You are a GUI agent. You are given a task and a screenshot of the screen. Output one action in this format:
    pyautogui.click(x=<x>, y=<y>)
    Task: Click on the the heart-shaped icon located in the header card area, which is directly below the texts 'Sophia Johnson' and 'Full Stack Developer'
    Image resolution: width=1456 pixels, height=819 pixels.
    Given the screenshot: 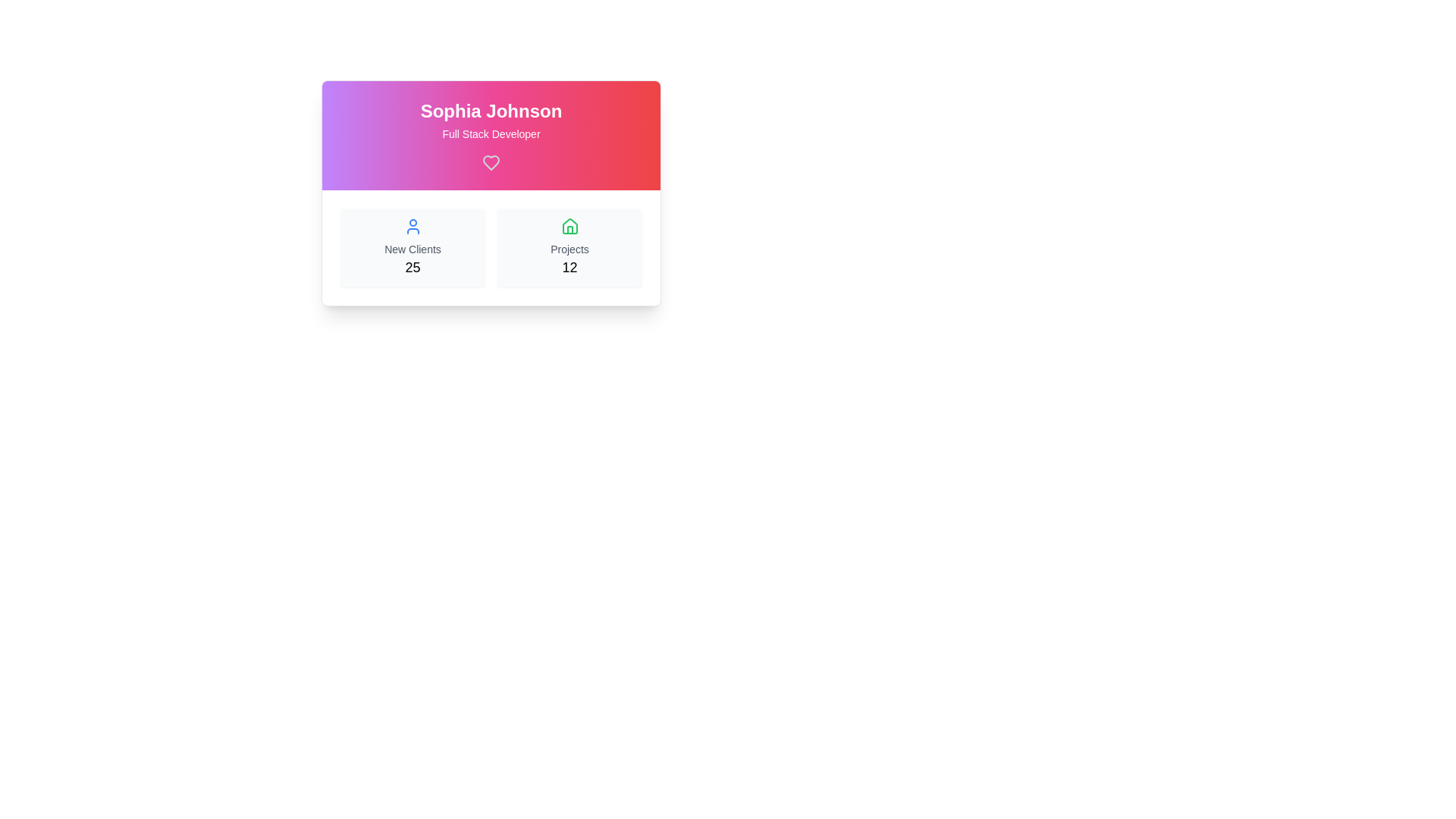 What is the action you would take?
    pyautogui.click(x=491, y=163)
    